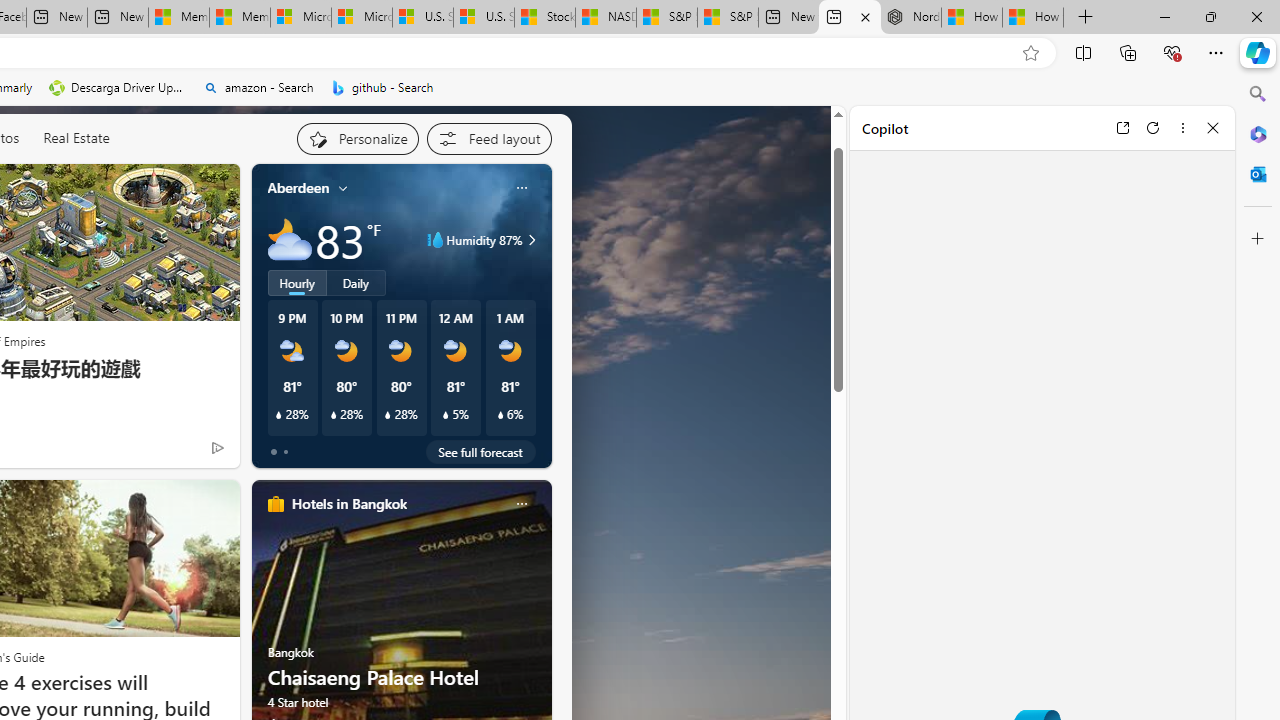  Describe the element at coordinates (343, 187) in the screenshot. I see `'My location'` at that location.